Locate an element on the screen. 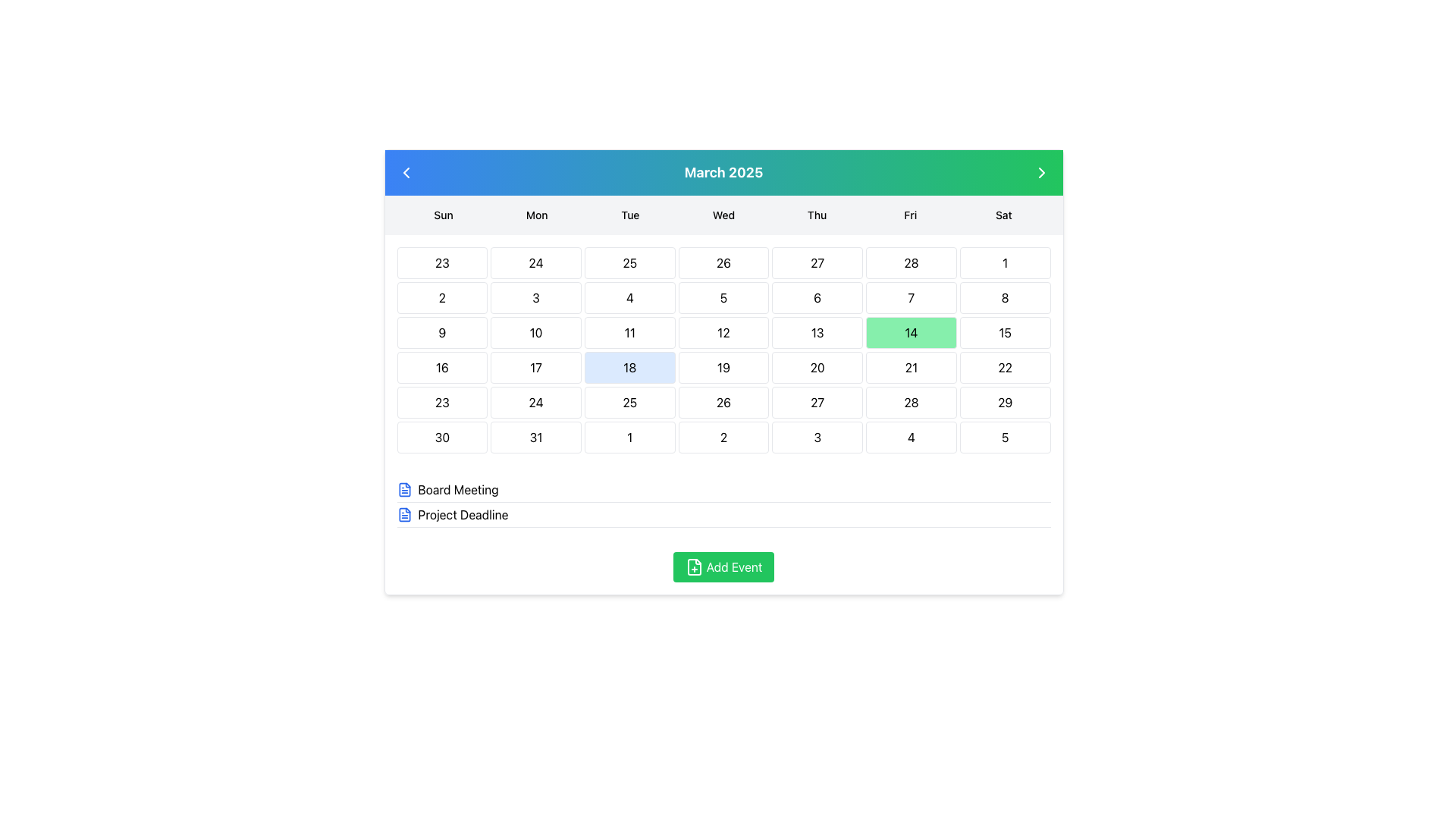  the static text element representing the eighth day of the month in a calendar grid, located in the second row and seventh column is located at coordinates (1005, 298).